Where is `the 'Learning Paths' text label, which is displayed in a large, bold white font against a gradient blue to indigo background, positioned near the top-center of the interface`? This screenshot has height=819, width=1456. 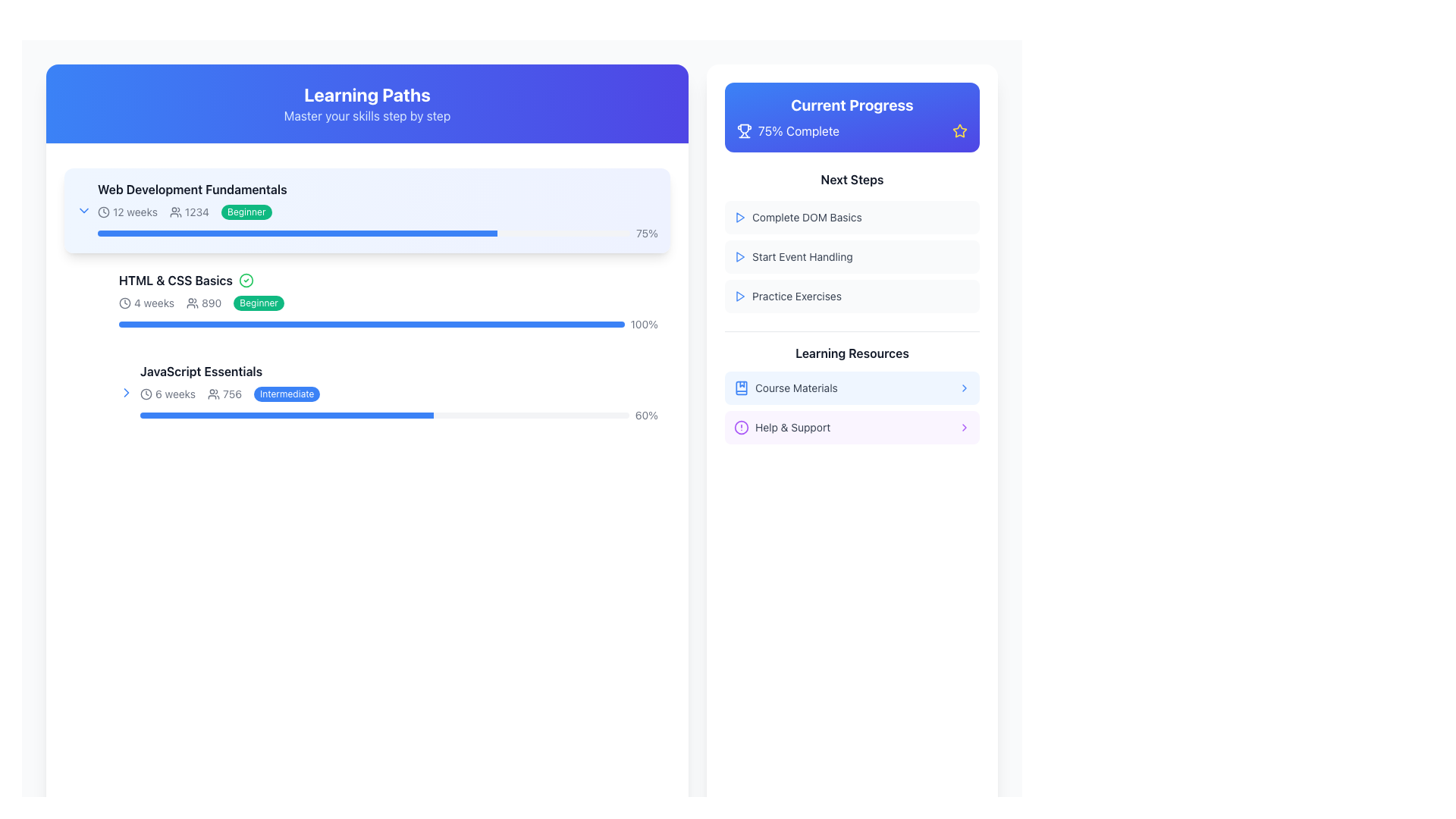
the 'Learning Paths' text label, which is displayed in a large, bold white font against a gradient blue to indigo background, positioned near the top-center of the interface is located at coordinates (367, 94).